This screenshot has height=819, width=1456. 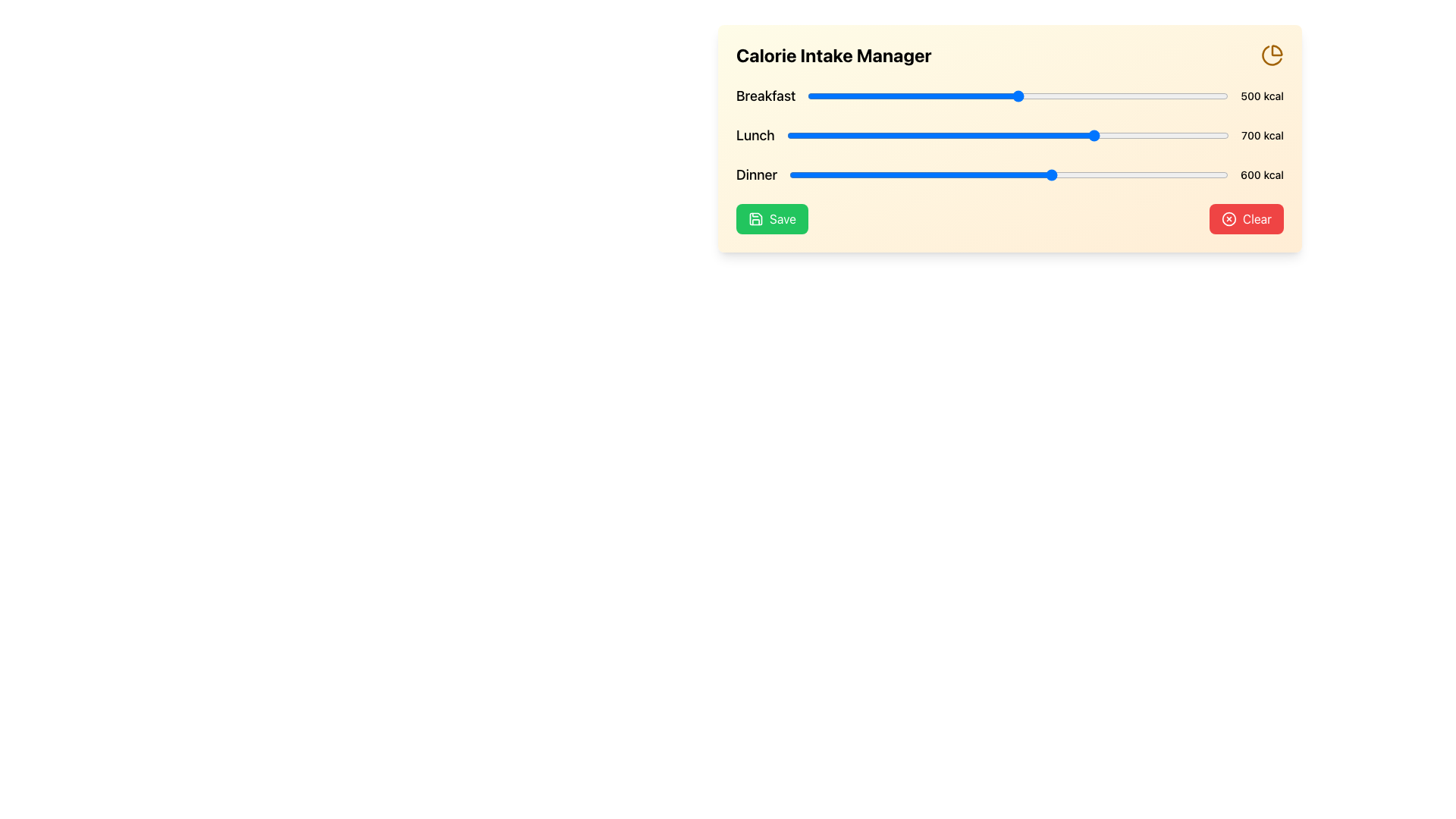 I want to click on Dinner kcal, so click(x=1021, y=174).